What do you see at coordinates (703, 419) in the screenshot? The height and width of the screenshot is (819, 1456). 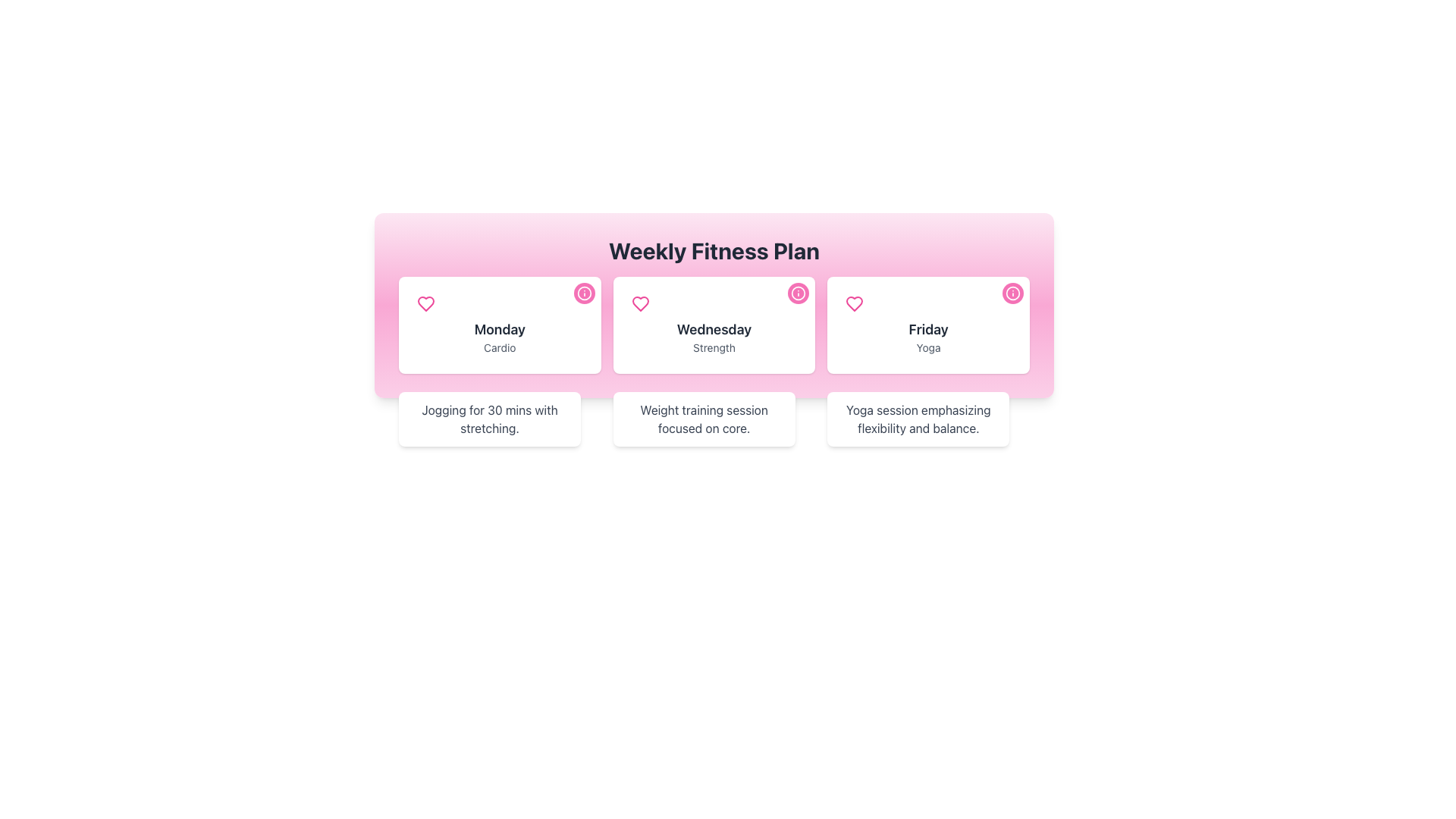 I see `descriptive Text Block providing additional information about the fitness activity scheduled for Wednesday, positioned directly beneath the 'Wednesday' card in the 'Weekly Fitness Plan' interface` at bounding box center [703, 419].